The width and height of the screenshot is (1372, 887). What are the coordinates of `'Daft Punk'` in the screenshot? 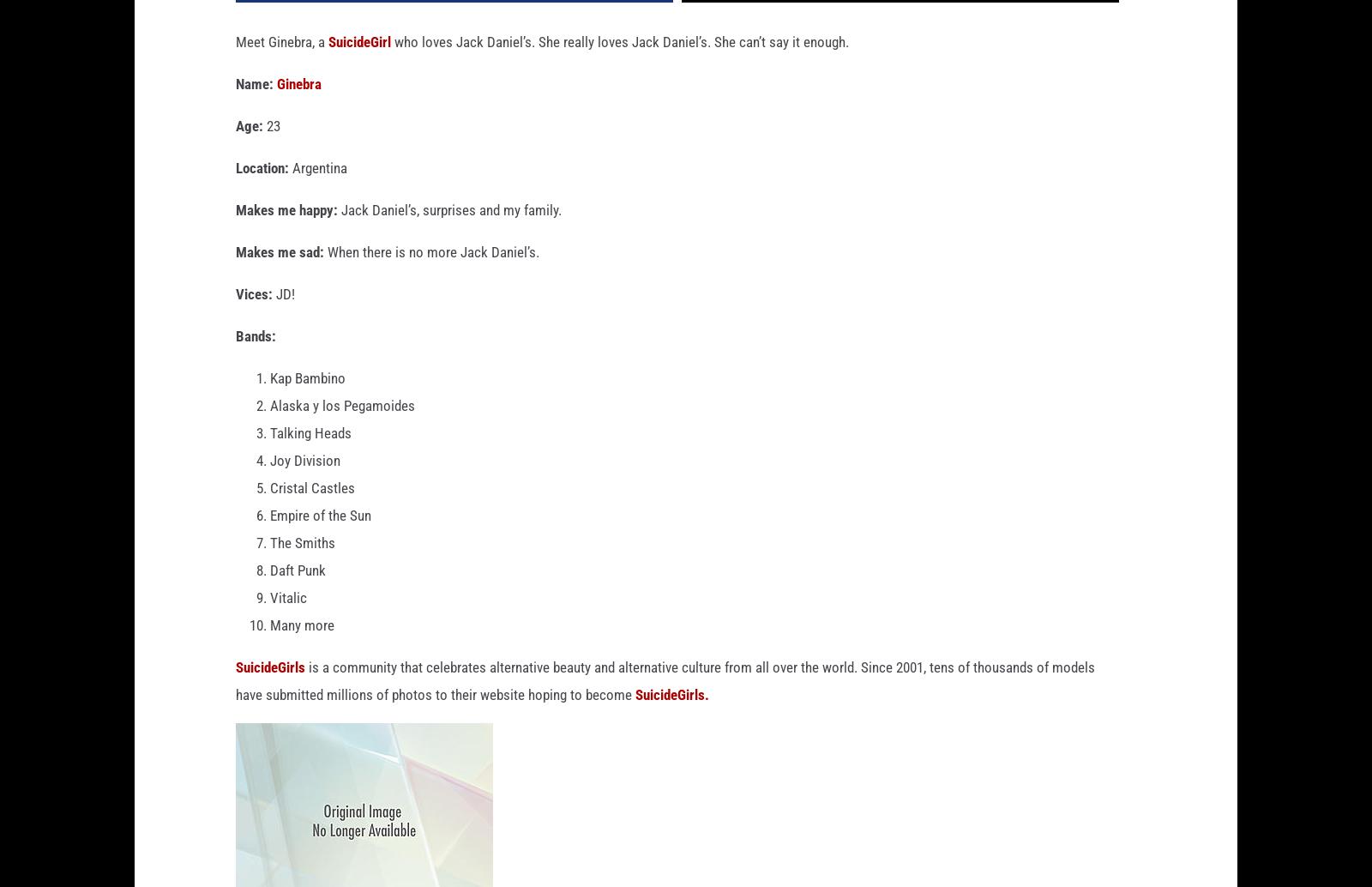 It's located at (298, 598).